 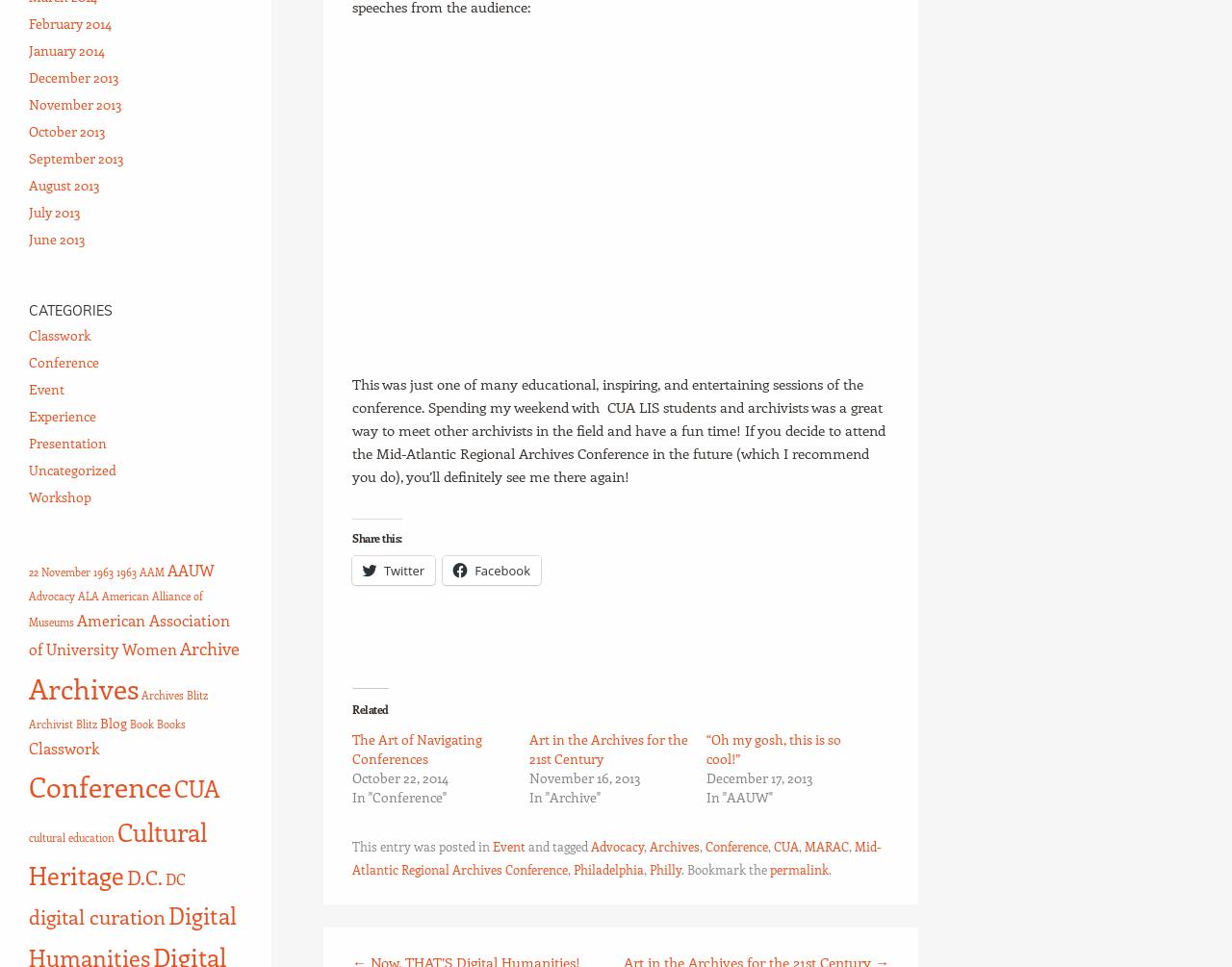 What do you see at coordinates (64, 184) in the screenshot?
I see `'August 2013'` at bounding box center [64, 184].